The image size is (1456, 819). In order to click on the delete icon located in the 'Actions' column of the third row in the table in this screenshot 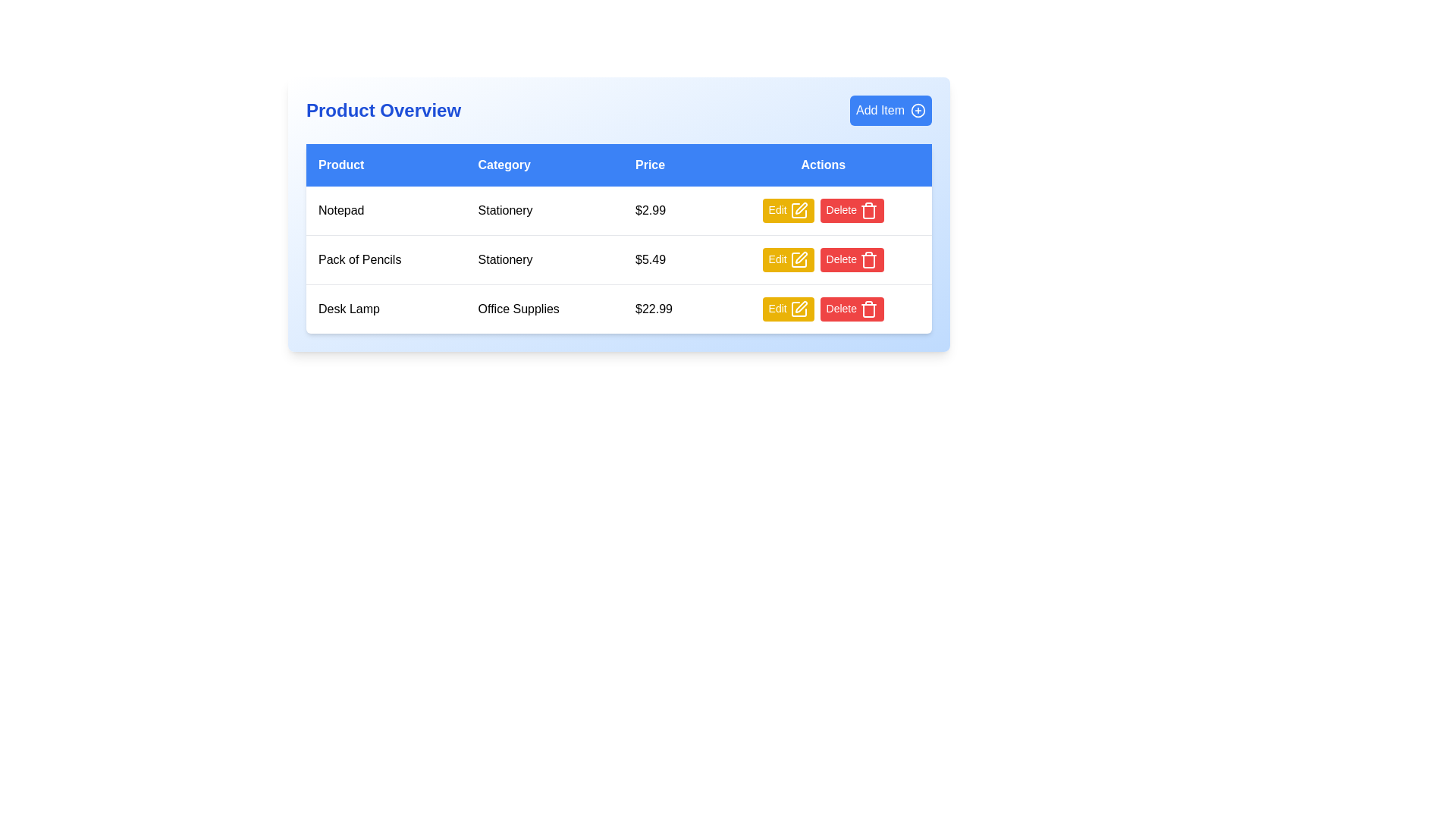, I will do `click(868, 259)`.